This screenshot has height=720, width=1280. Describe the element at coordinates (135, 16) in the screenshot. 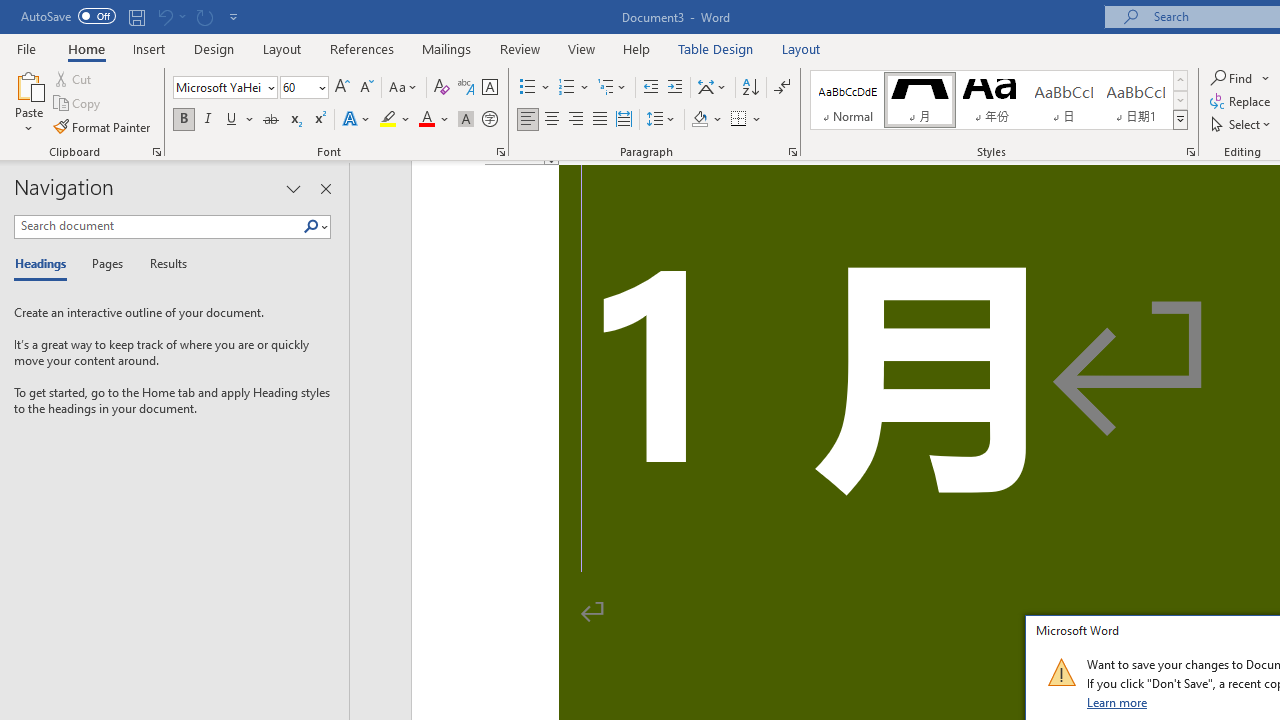

I see `'Save'` at that location.